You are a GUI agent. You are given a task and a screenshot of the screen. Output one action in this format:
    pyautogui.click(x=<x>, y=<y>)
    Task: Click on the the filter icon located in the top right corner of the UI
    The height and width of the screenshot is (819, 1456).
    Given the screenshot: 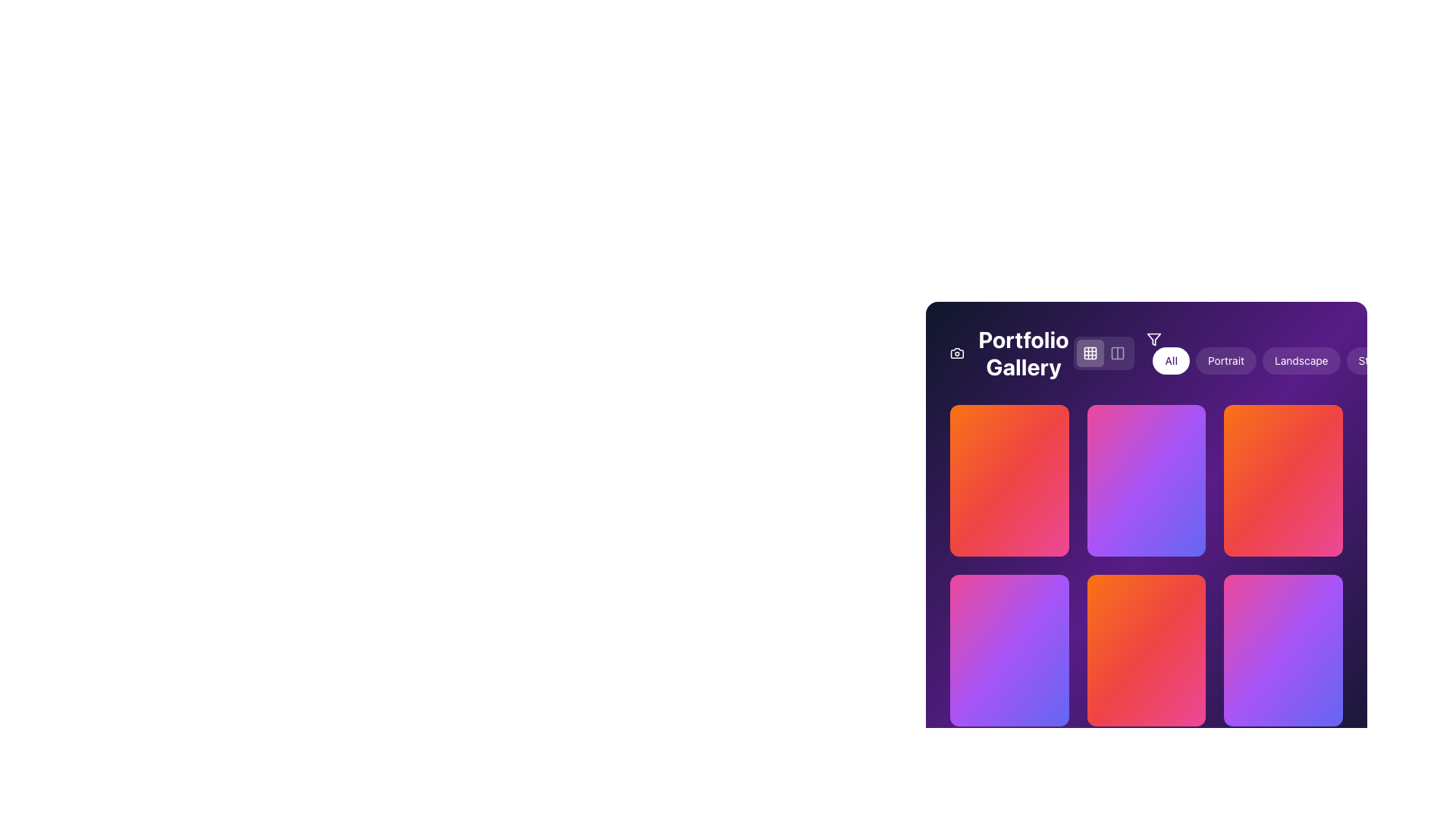 What is the action you would take?
    pyautogui.click(x=1153, y=338)
    